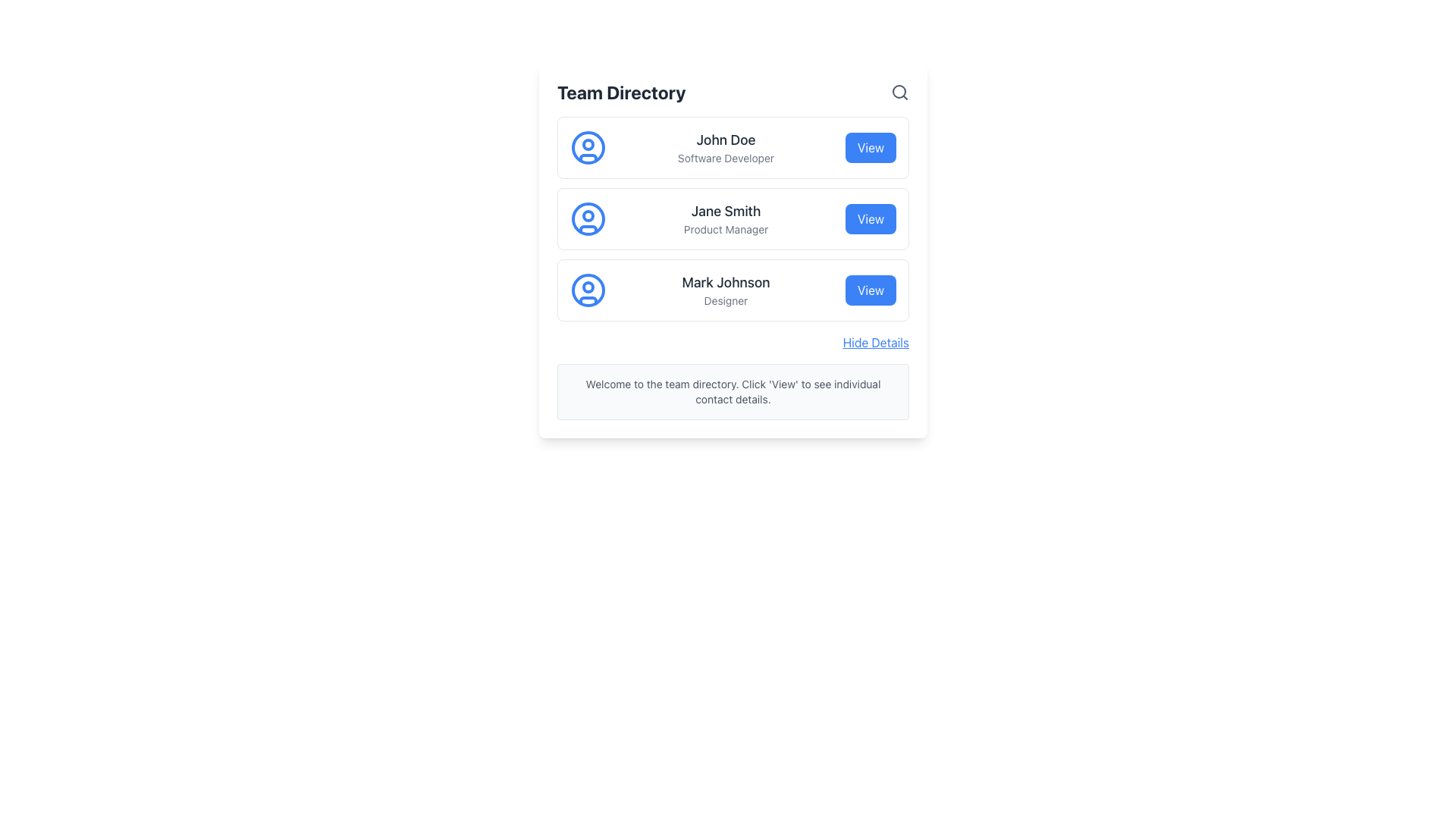  I want to click on the circular icon representing the user profile of Jane Smith, which is visually centered within the profile avatar graphic, so click(588, 219).